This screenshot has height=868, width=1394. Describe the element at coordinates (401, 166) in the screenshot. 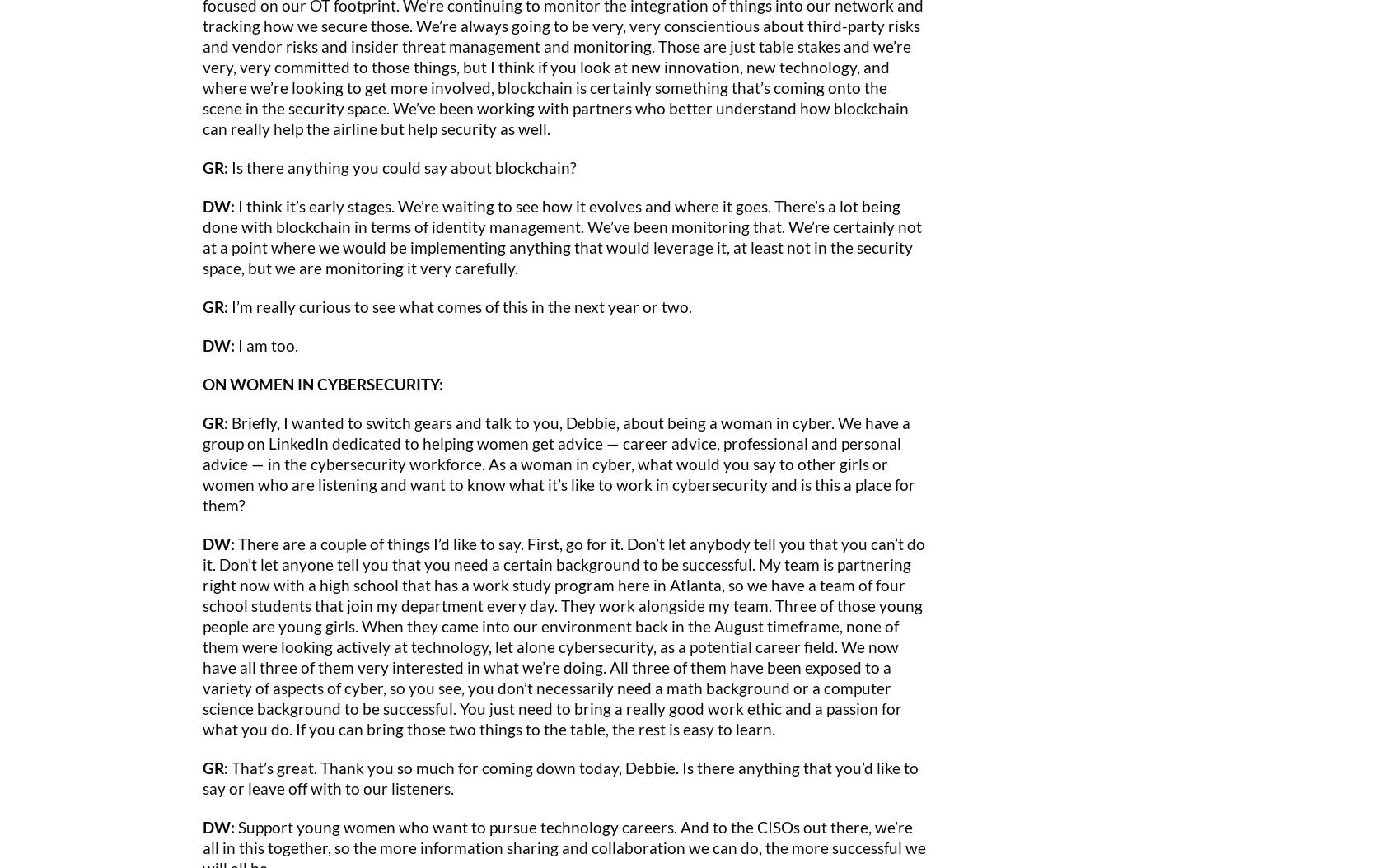

I see `'Is there anything you could say about blockchain?'` at that location.